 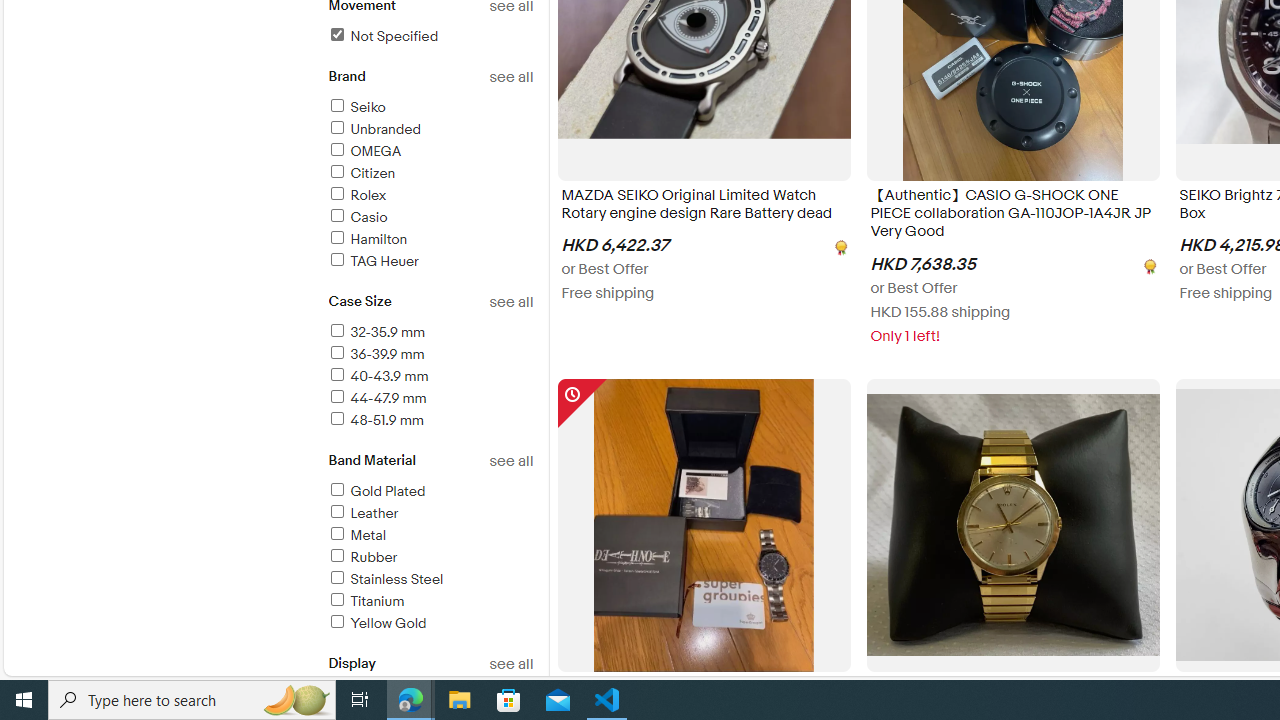 I want to click on 'Yellow Gold', so click(x=429, y=623).